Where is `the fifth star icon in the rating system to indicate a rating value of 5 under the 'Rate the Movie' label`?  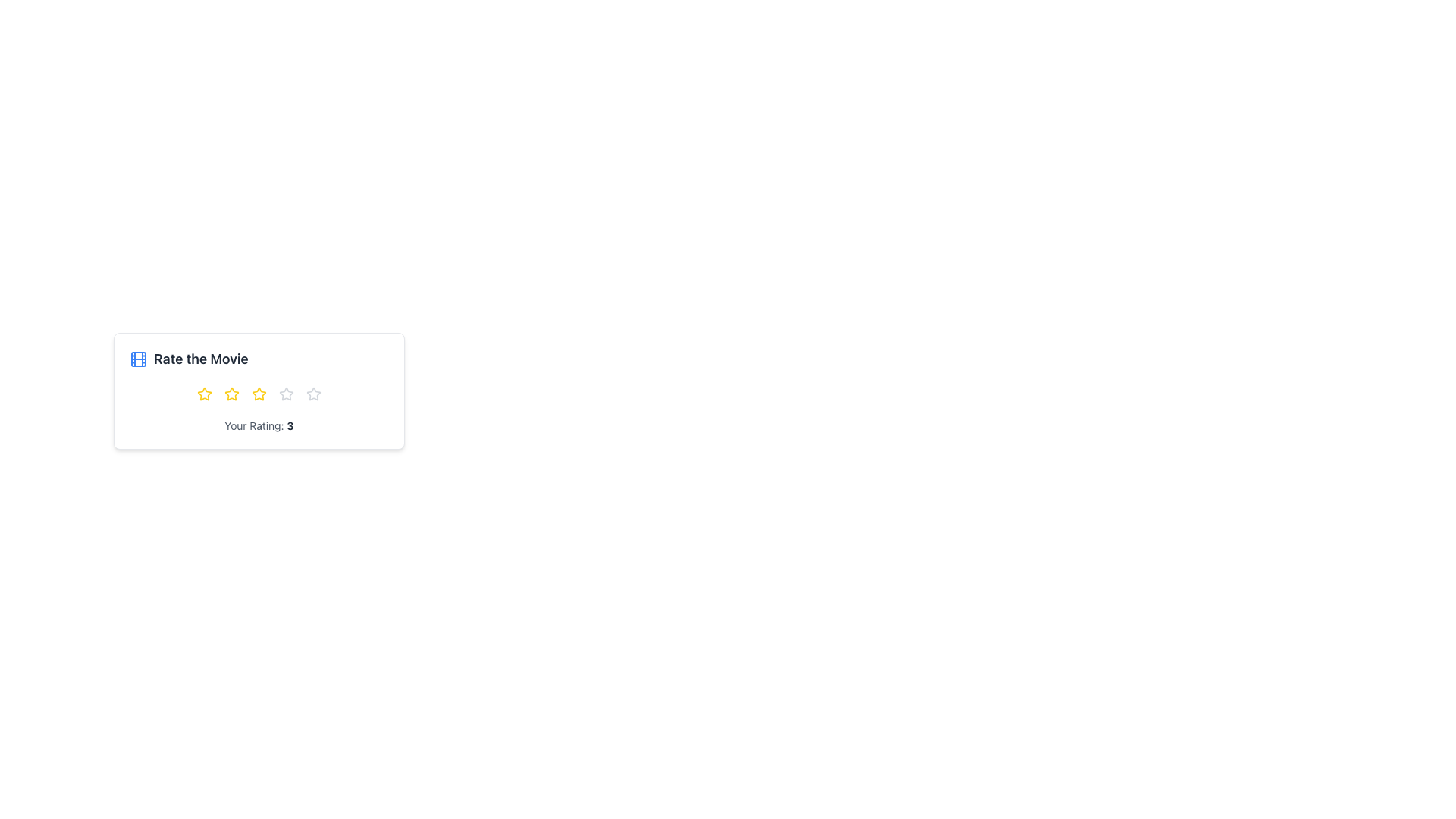 the fifth star icon in the rating system to indicate a rating value of 5 under the 'Rate the Movie' label is located at coordinates (312, 394).